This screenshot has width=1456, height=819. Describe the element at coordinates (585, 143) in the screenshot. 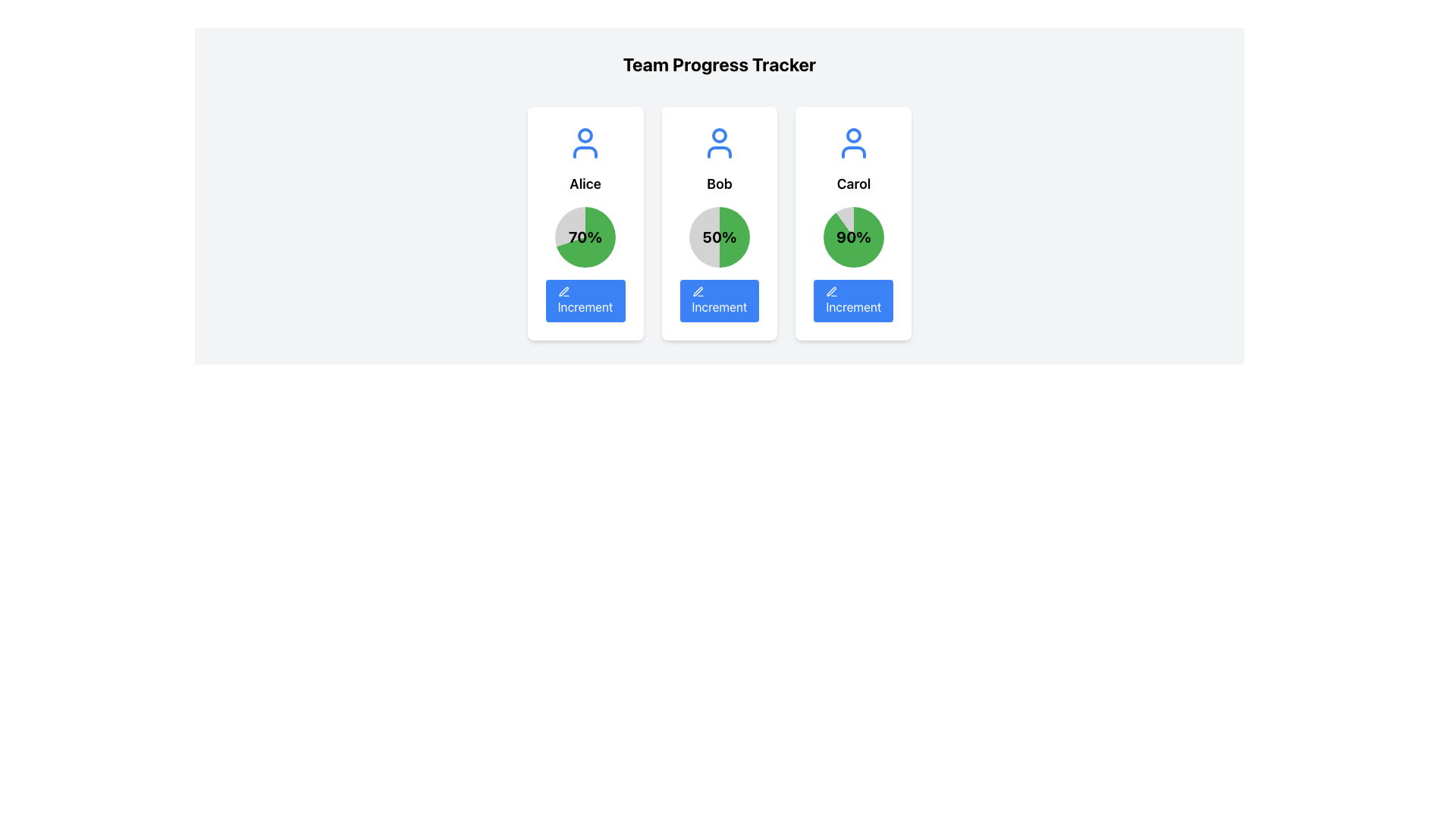

I see `the blue outline user icon located at the top of the card labeled 'Alice'` at that location.